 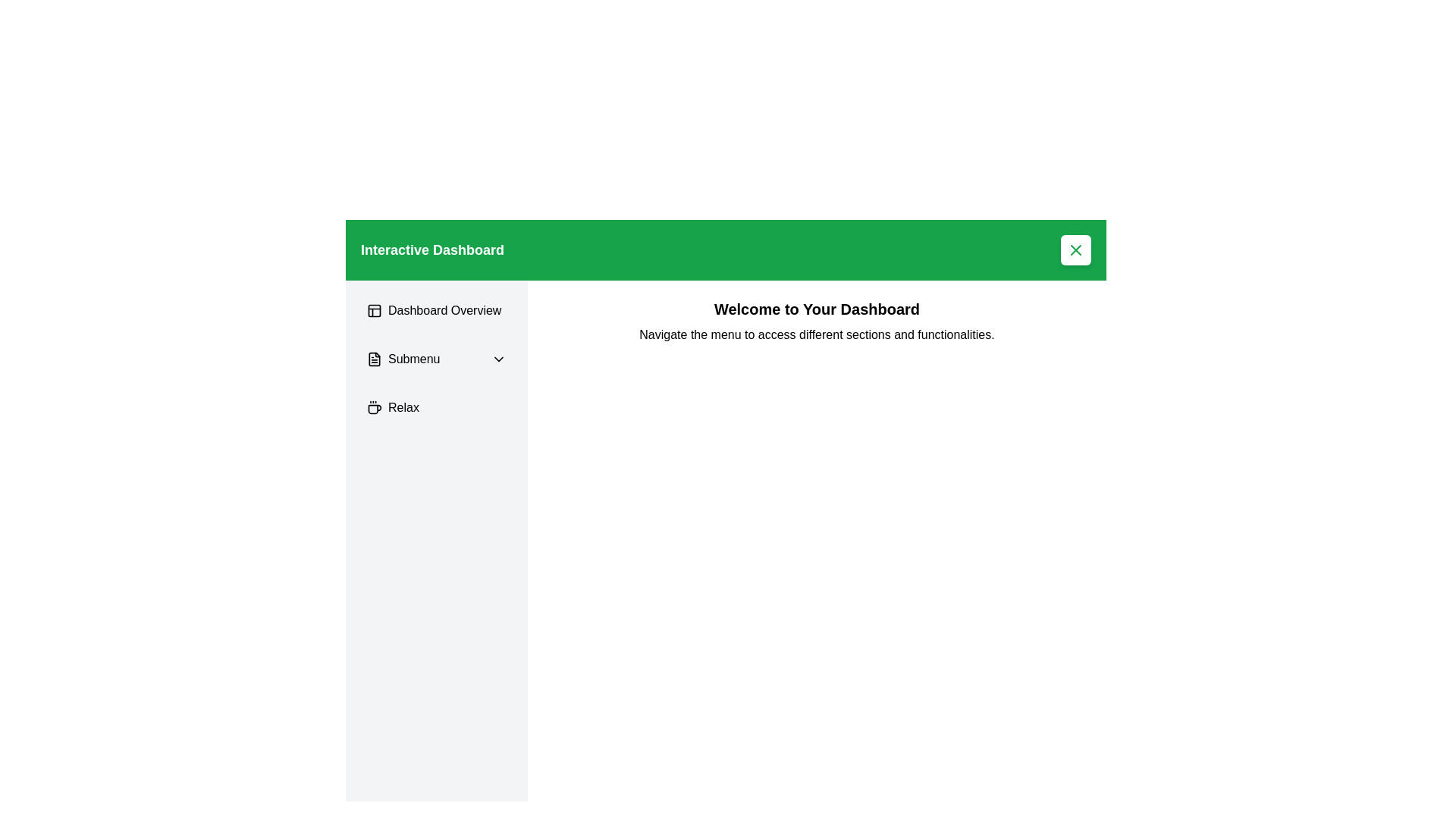 What do you see at coordinates (375, 359) in the screenshot?
I see `the document icon in the vertical sidebar menu, which is positioned to the left of the 'Submenu' text` at bounding box center [375, 359].